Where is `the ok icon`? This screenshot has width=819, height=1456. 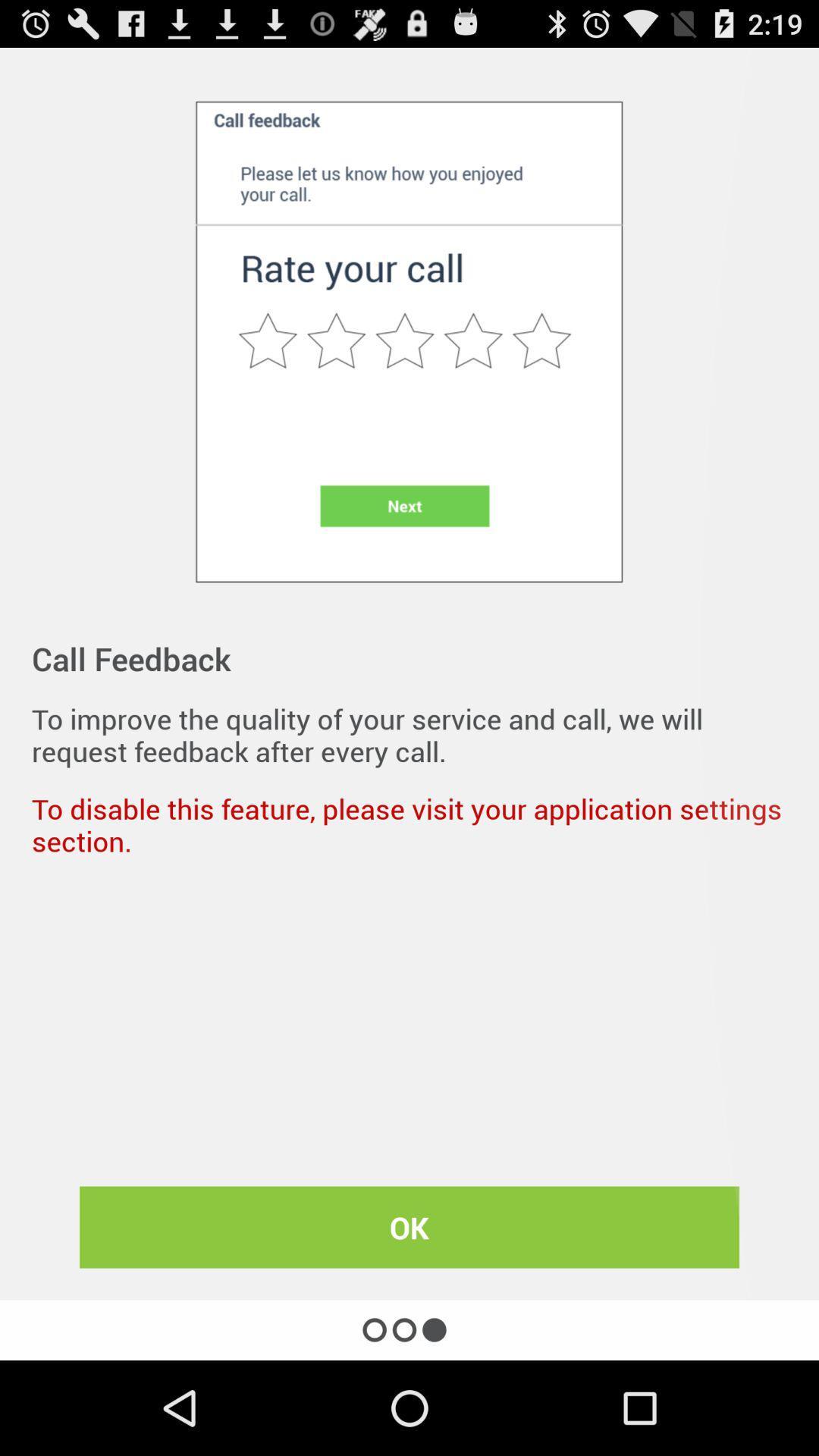 the ok icon is located at coordinates (409, 1227).